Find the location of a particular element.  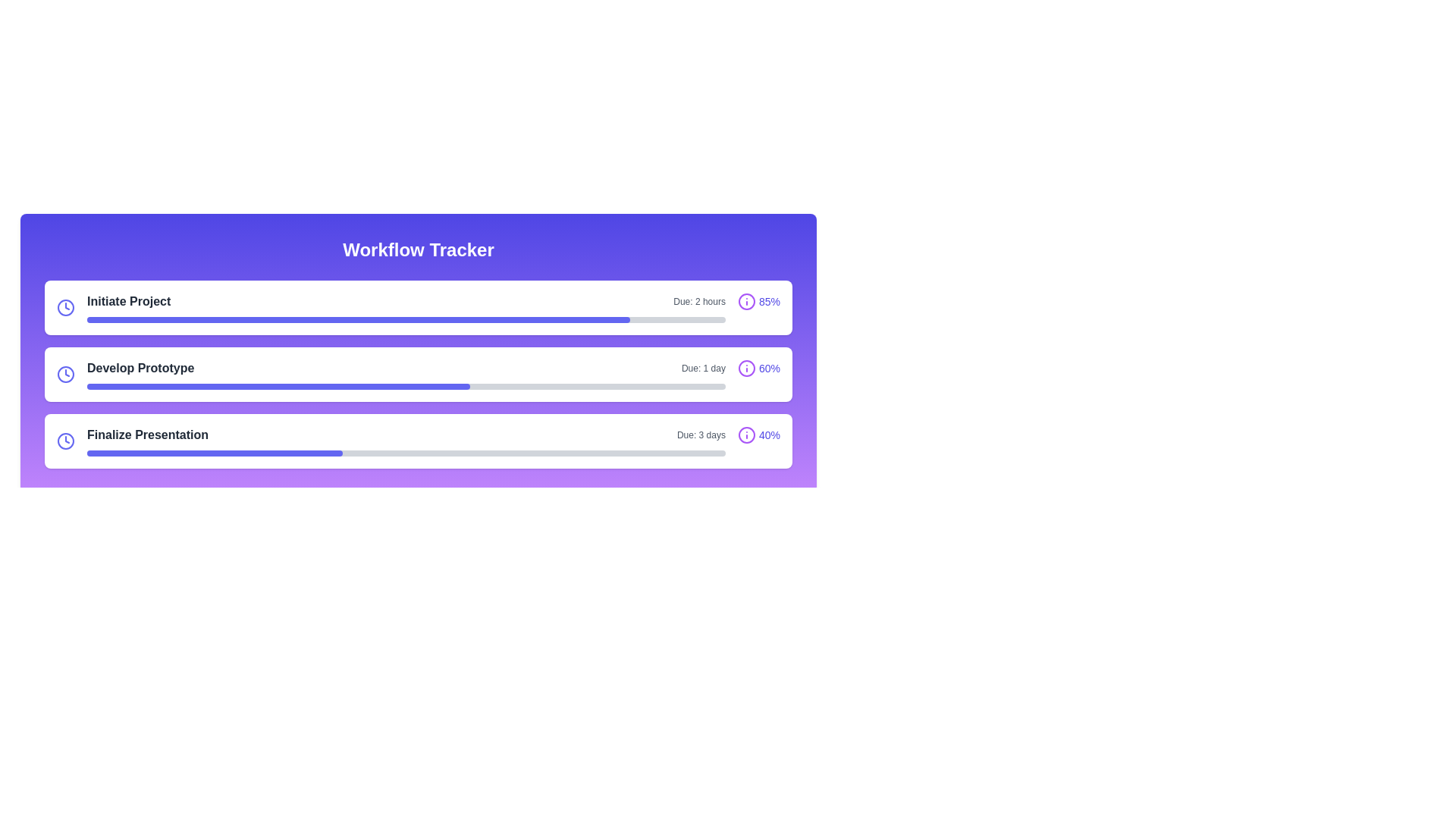

text label displaying 'Develop Prototype', which is located under the 'Initiate Project' task and above the 'Finalize Presentation' task in the task list is located at coordinates (140, 369).